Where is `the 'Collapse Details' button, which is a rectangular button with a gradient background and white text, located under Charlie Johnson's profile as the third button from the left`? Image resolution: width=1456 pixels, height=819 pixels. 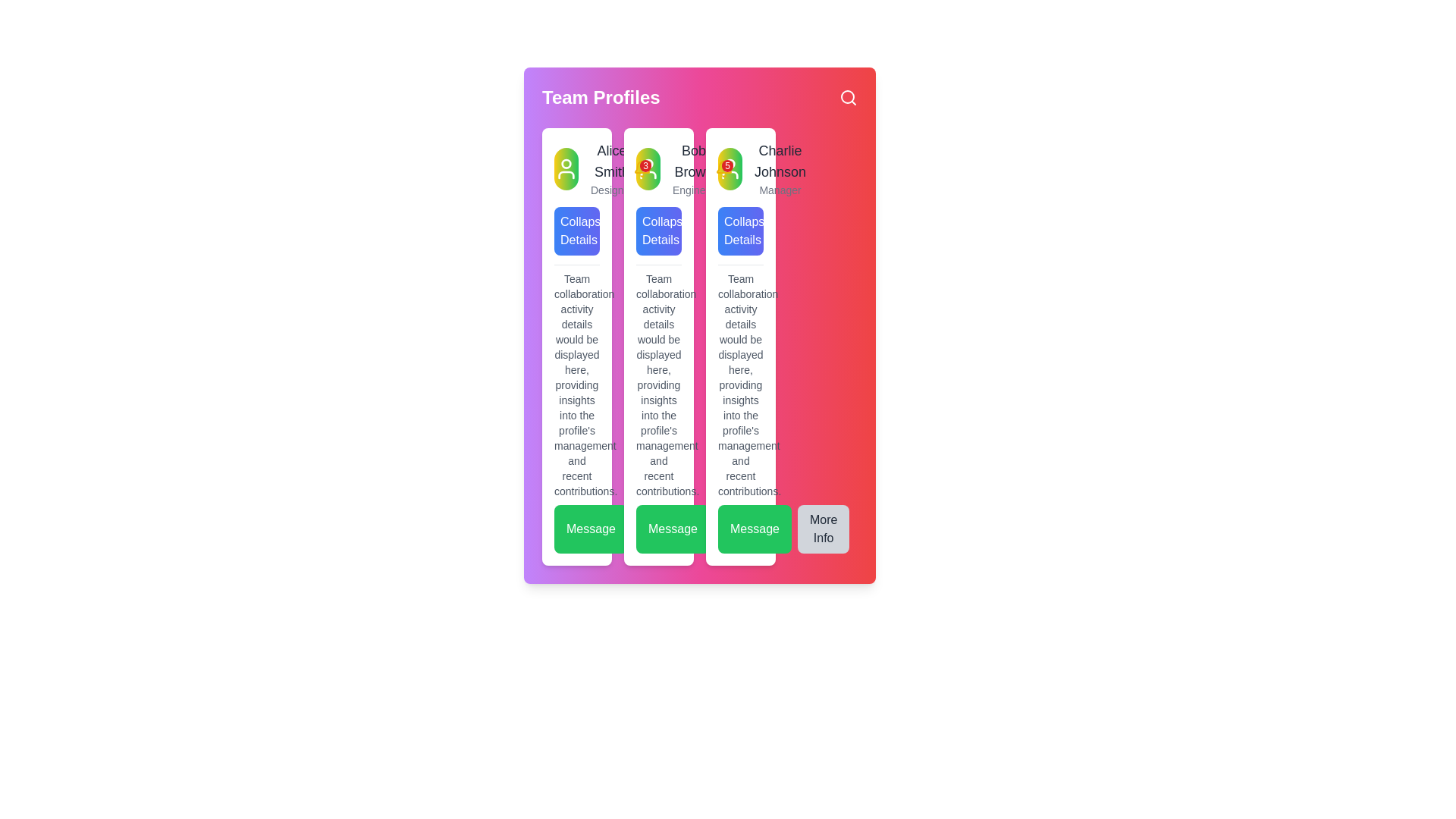
the 'Collapse Details' button, which is a rectangular button with a gradient background and white text, located under Charlie Johnson's profile as the third button from the left is located at coordinates (741, 231).